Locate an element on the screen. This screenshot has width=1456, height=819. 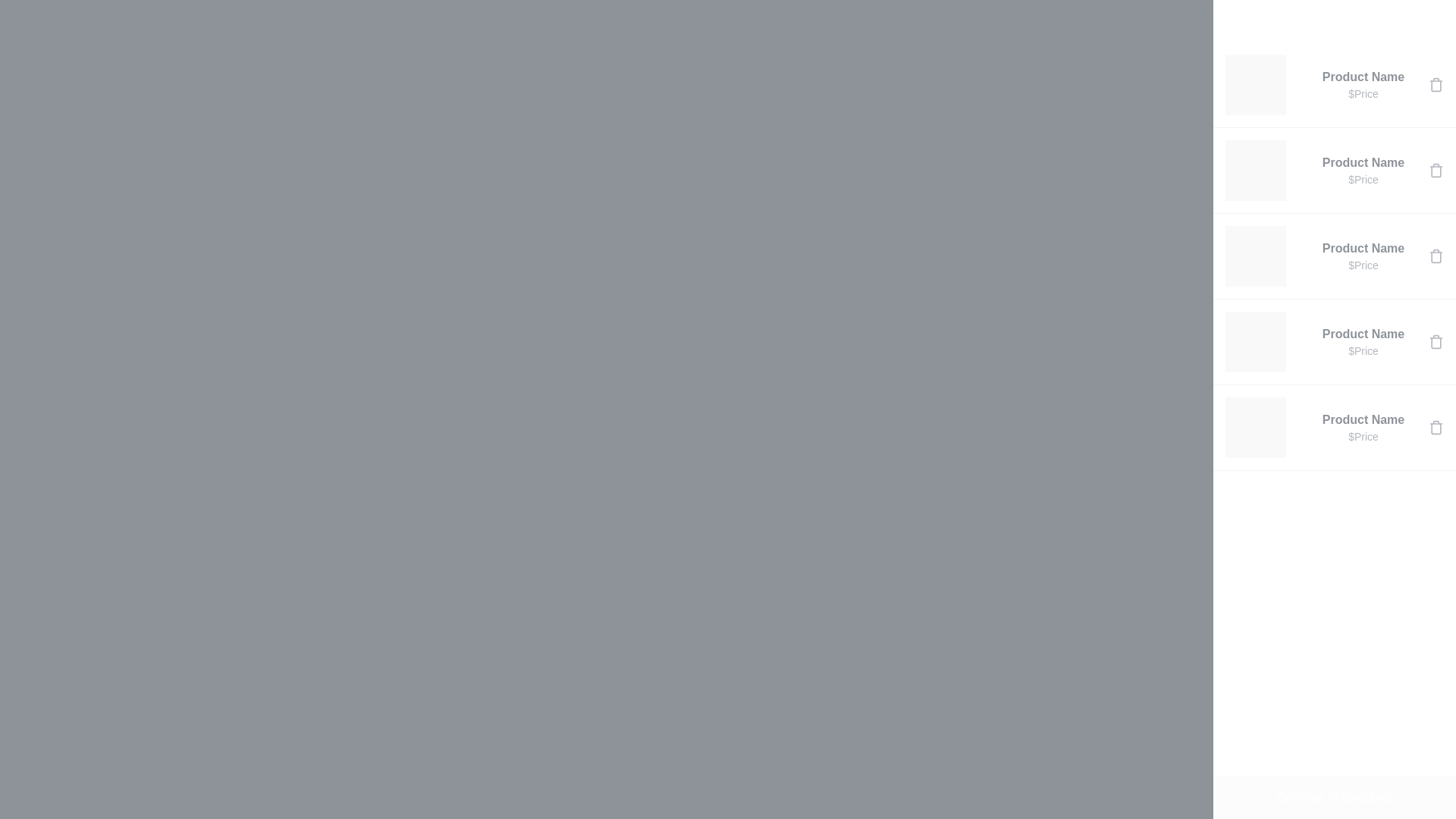
the middle vertical line of the trash can icon, which is styled with a light gray outline and denotes delete functionality, located at the fourth position in the list of items containing 'Product Name' and price information is located at coordinates (1436, 342).